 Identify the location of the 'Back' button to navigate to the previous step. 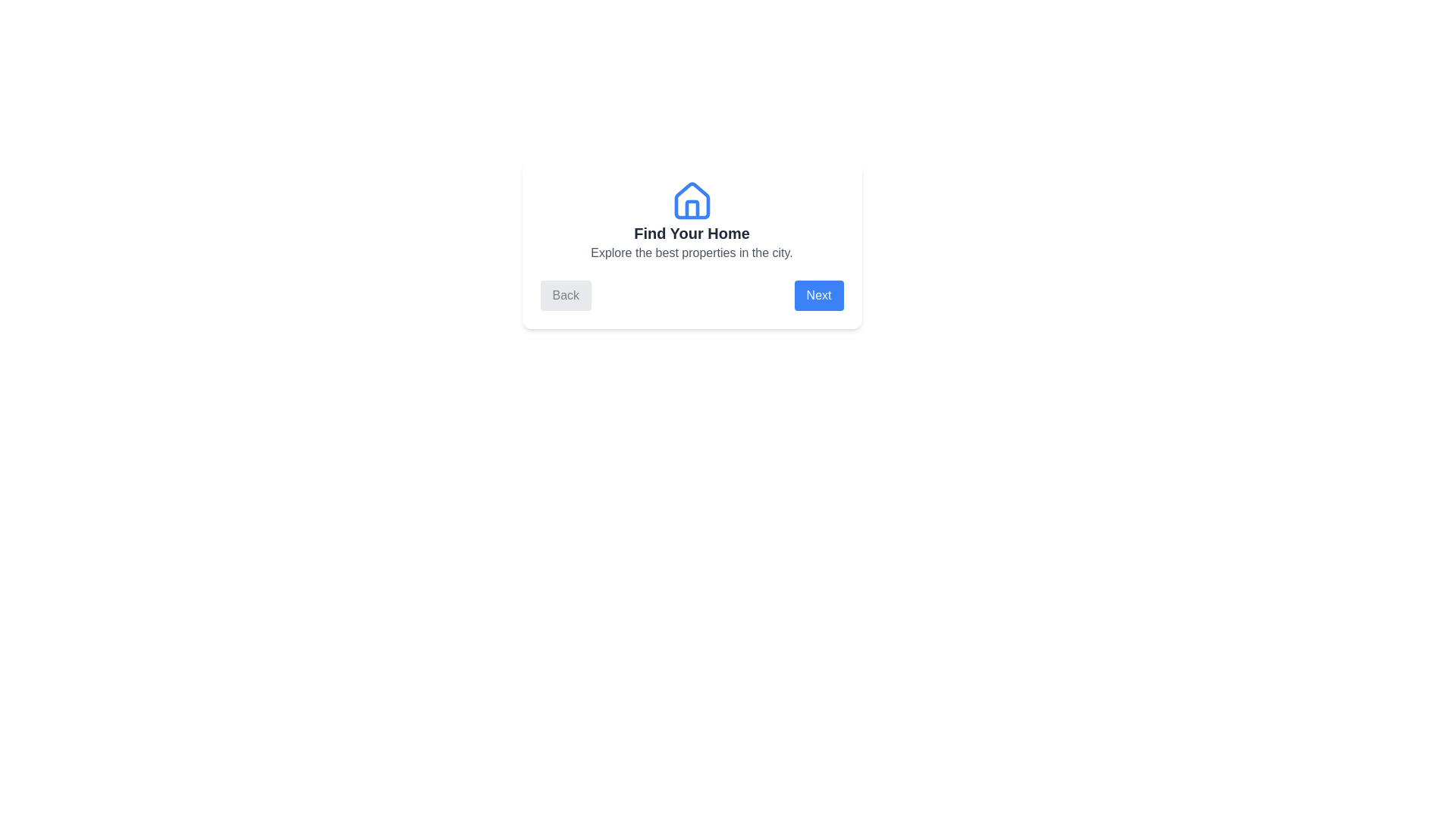
(564, 295).